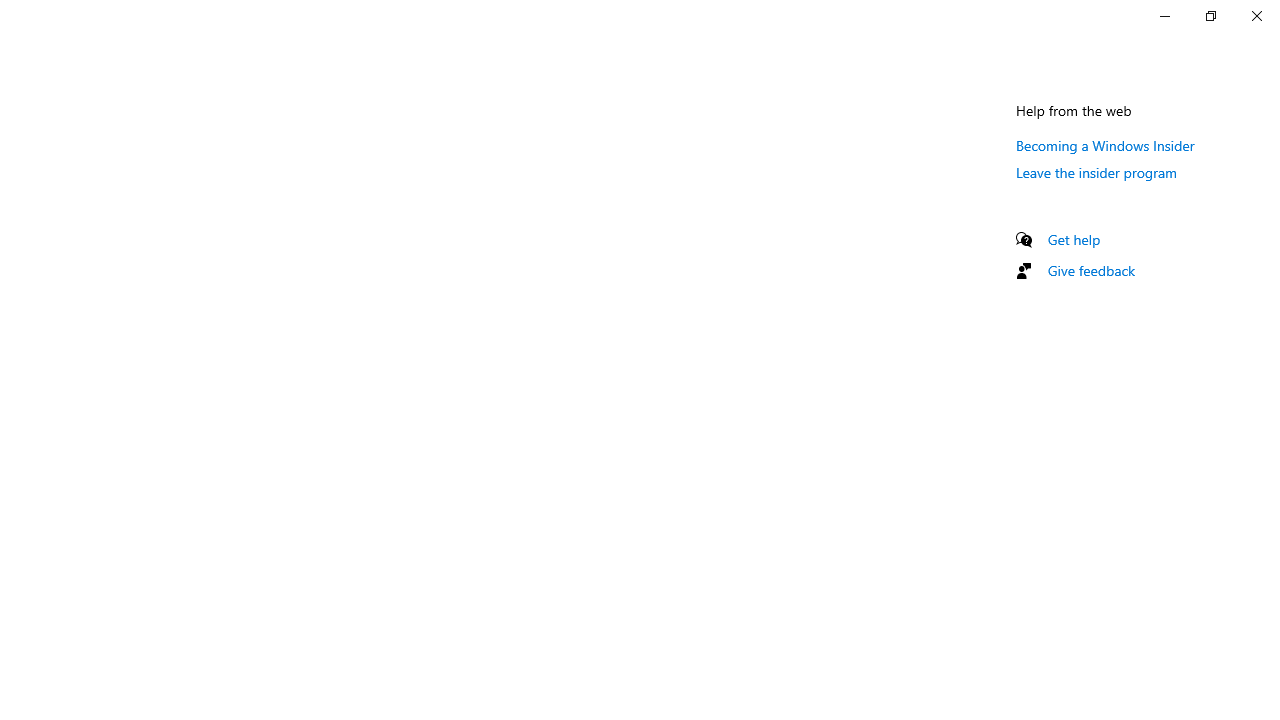 The image size is (1280, 720). I want to click on 'Get help', so click(1073, 238).